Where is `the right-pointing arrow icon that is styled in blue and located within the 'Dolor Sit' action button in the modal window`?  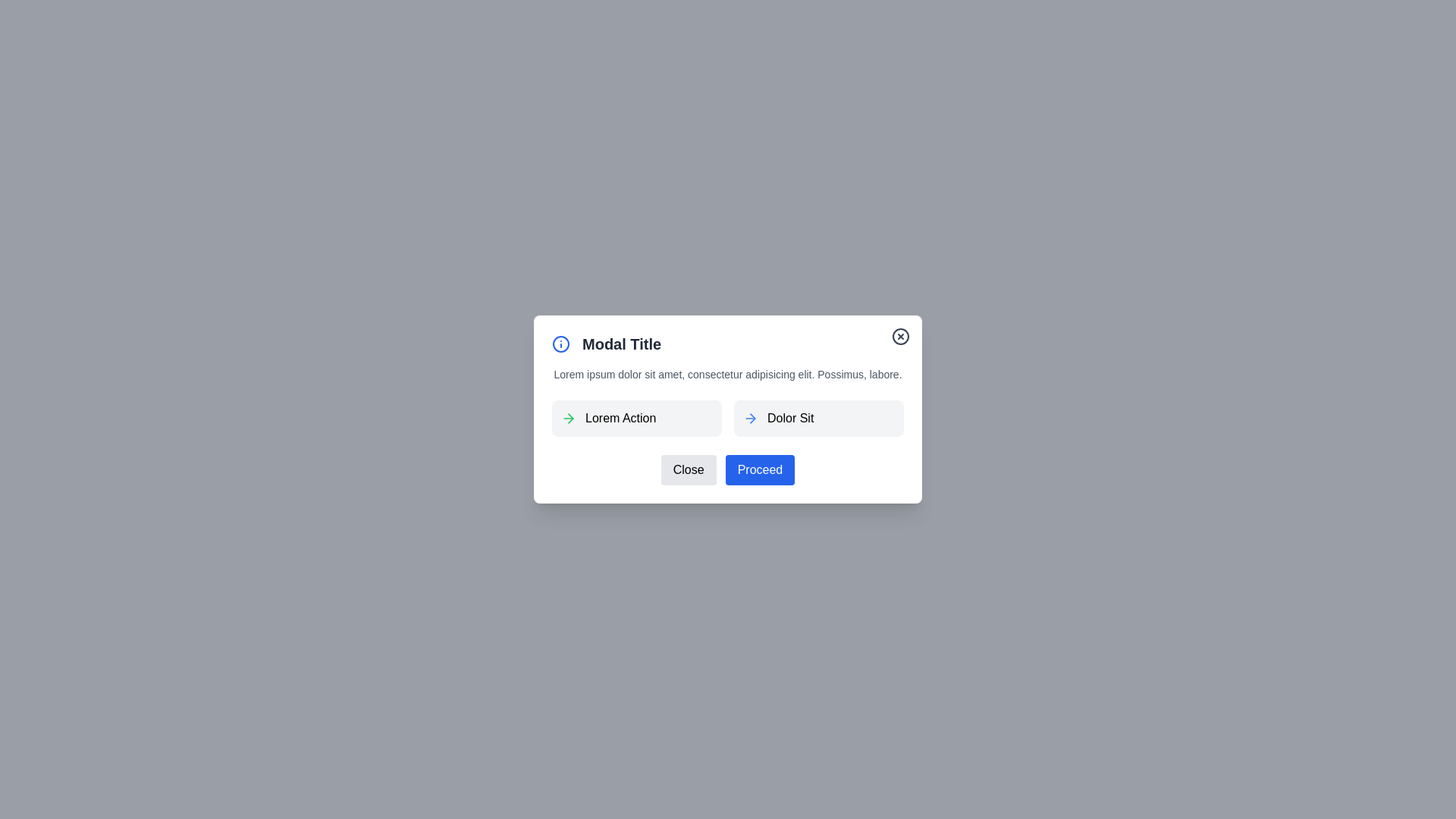
the right-pointing arrow icon that is styled in blue and located within the 'Dolor Sit' action button in the modal window is located at coordinates (752, 418).